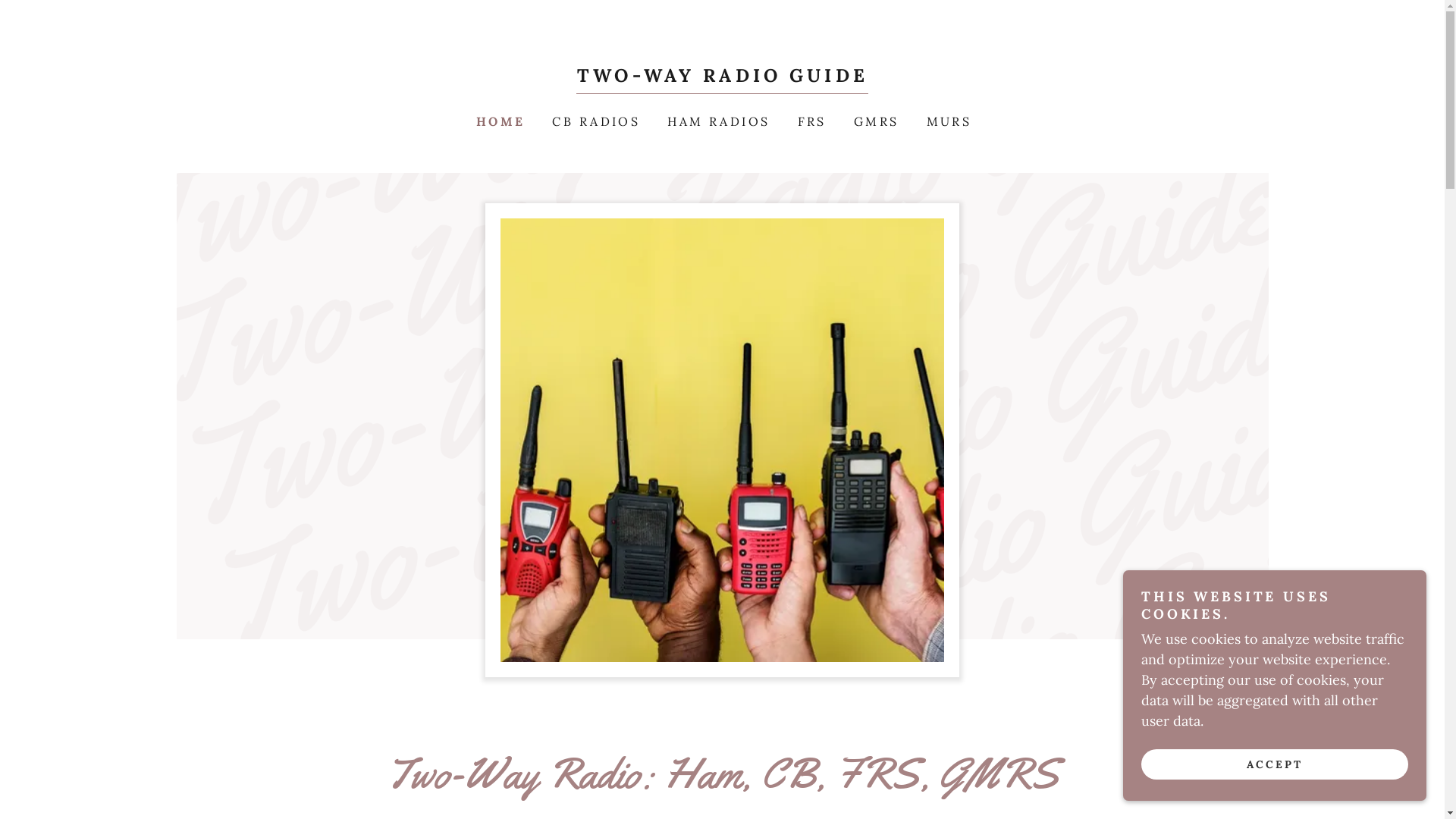  Describe the element at coordinates (499, 120) in the screenshot. I see `'HOME'` at that location.